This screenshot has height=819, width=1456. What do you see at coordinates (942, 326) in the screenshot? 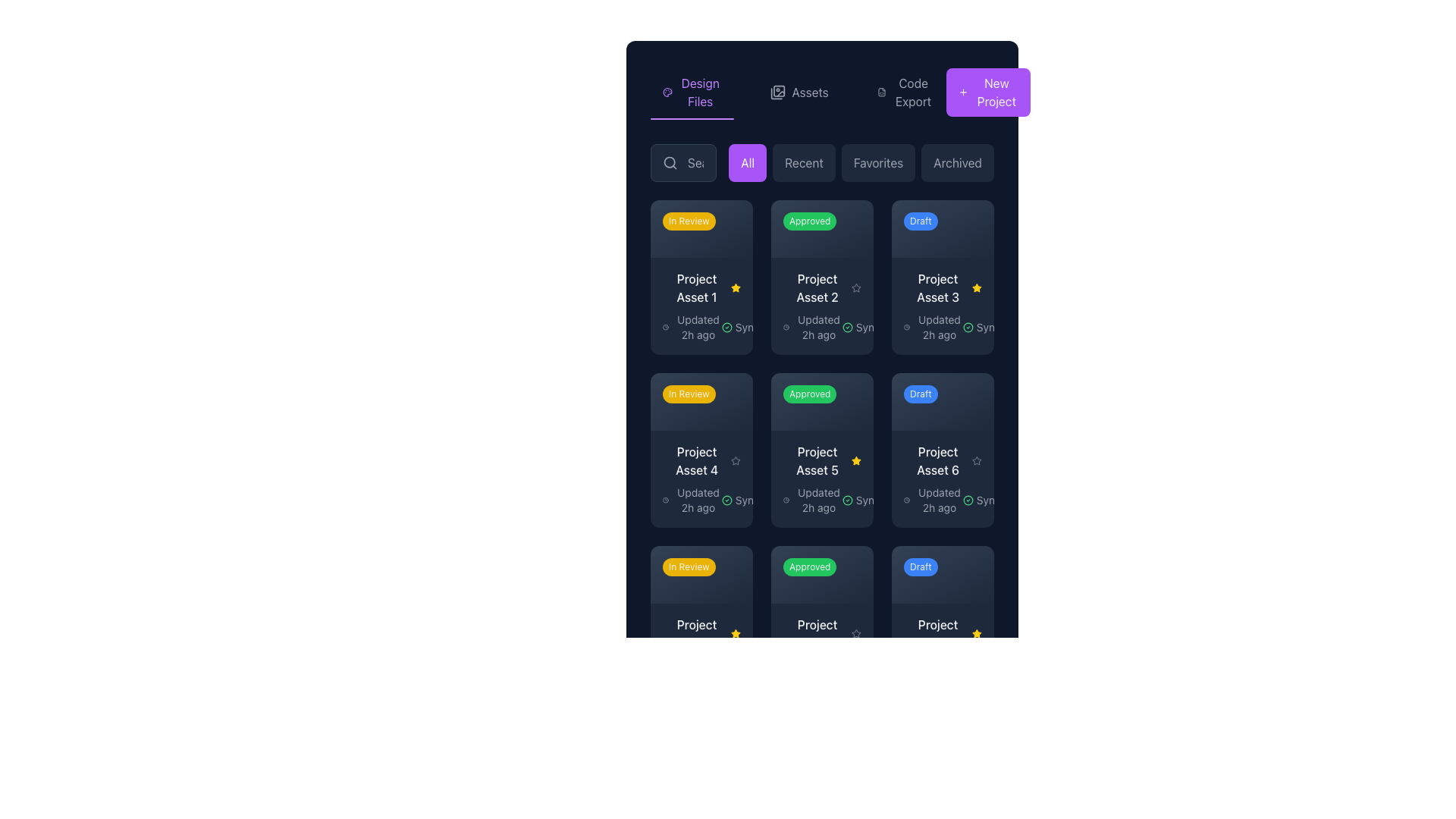
I see `the timestamp icon within the informational text 'Updated 2h ago Synced' located in the card labeled 'Project Asset 3'` at bounding box center [942, 326].